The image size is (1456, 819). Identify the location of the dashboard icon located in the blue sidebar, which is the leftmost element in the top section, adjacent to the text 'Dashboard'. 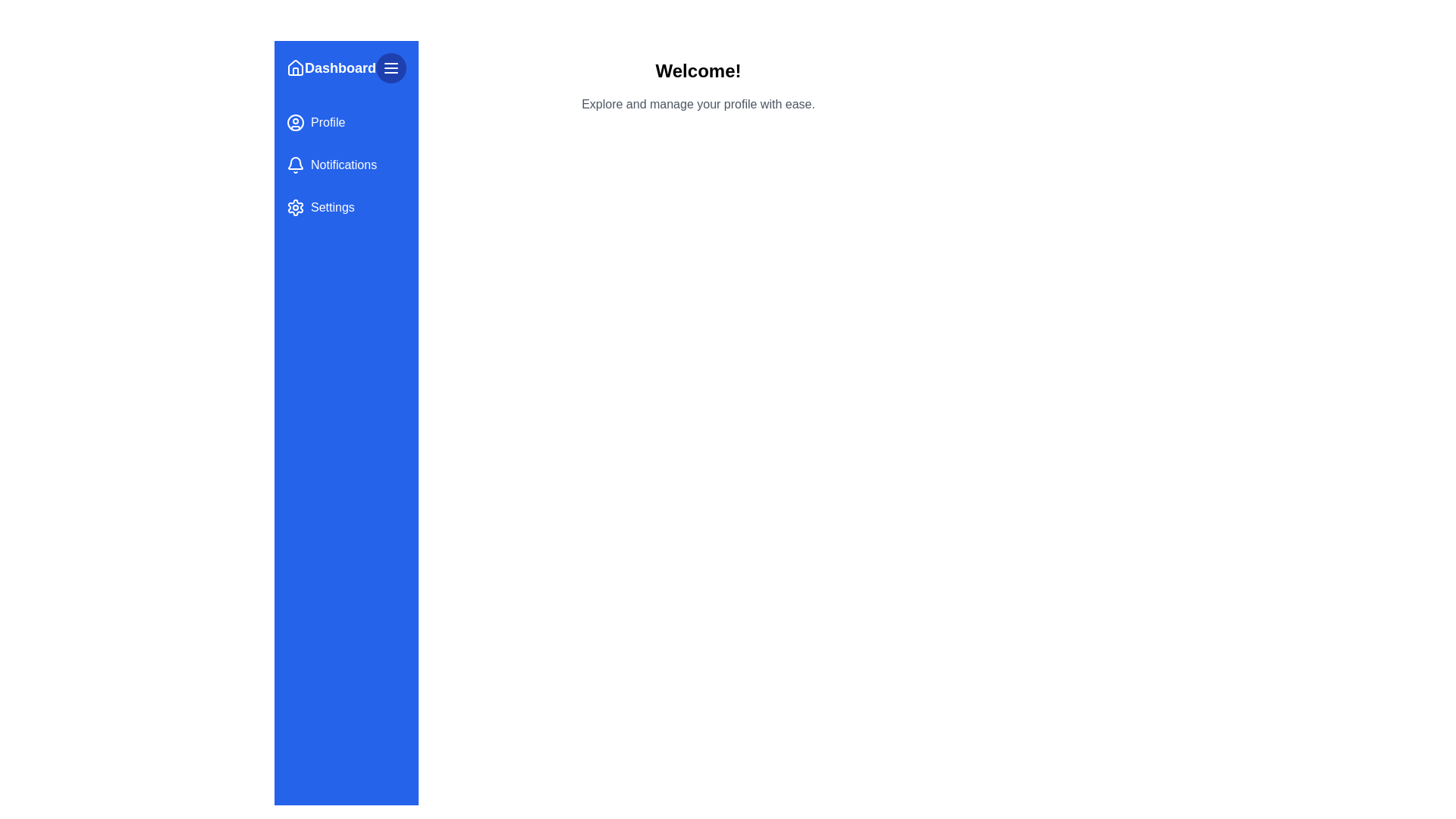
(295, 67).